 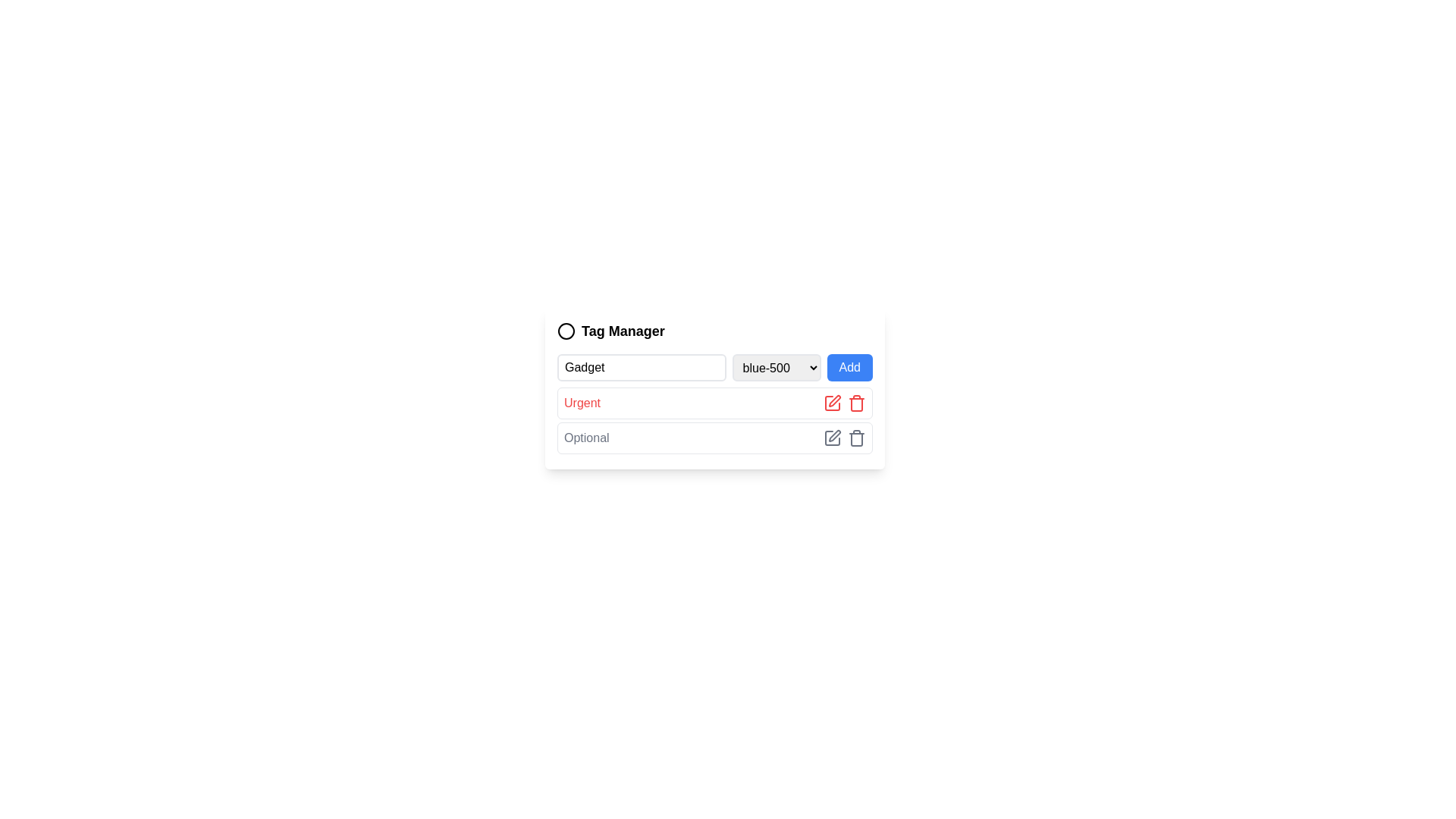 What do you see at coordinates (566, 330) in the screenshot?
I see `the circular icon with a hollow center located to the left of the 'Tag Manager' text, which serves as a visual identifier in the horizontal label group on the central card` at bounding box center [566, 330].